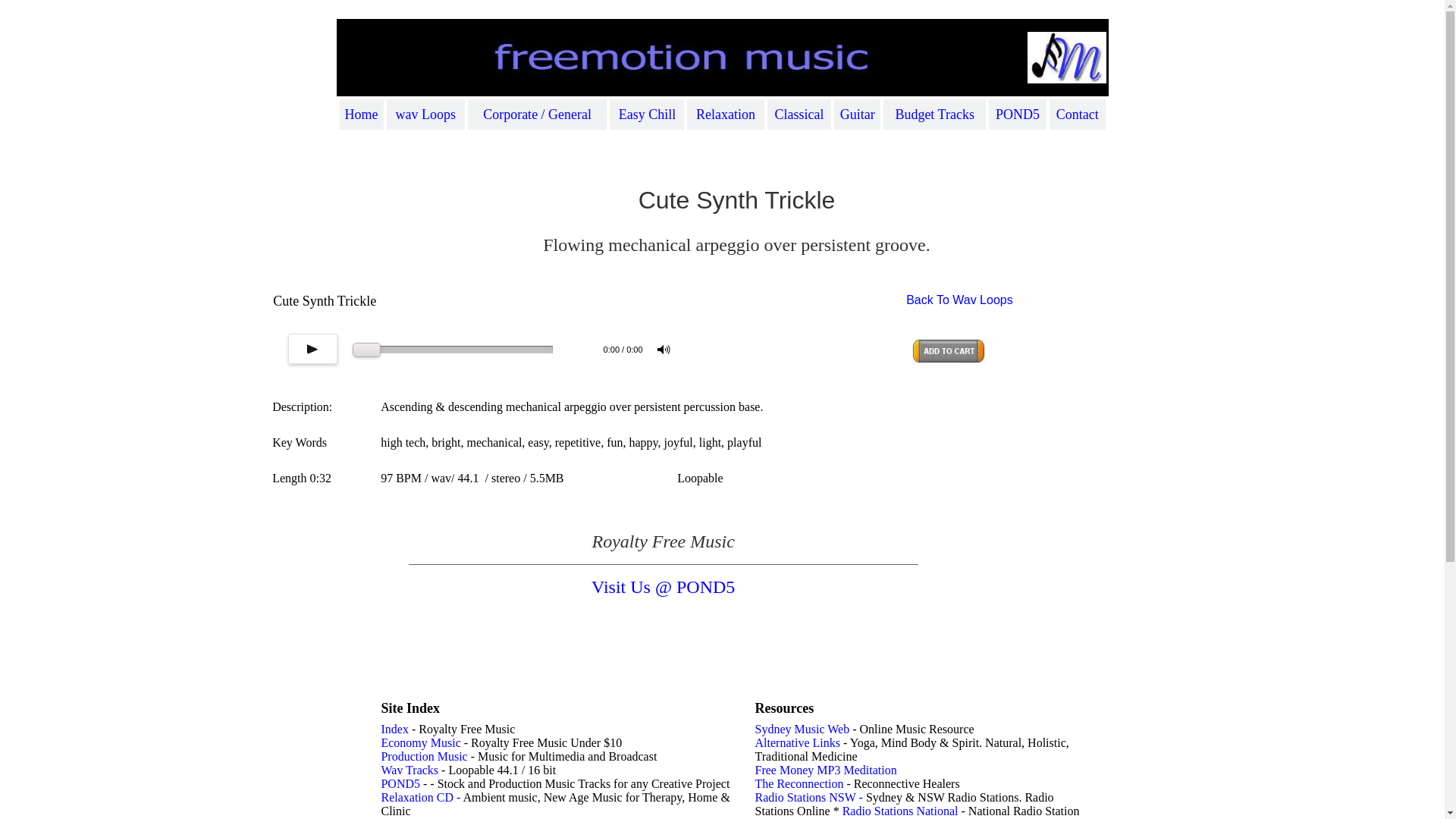  Describe the element at coordinates (695, 113) in the screenshot. I see `'Relaxation'` at that location.